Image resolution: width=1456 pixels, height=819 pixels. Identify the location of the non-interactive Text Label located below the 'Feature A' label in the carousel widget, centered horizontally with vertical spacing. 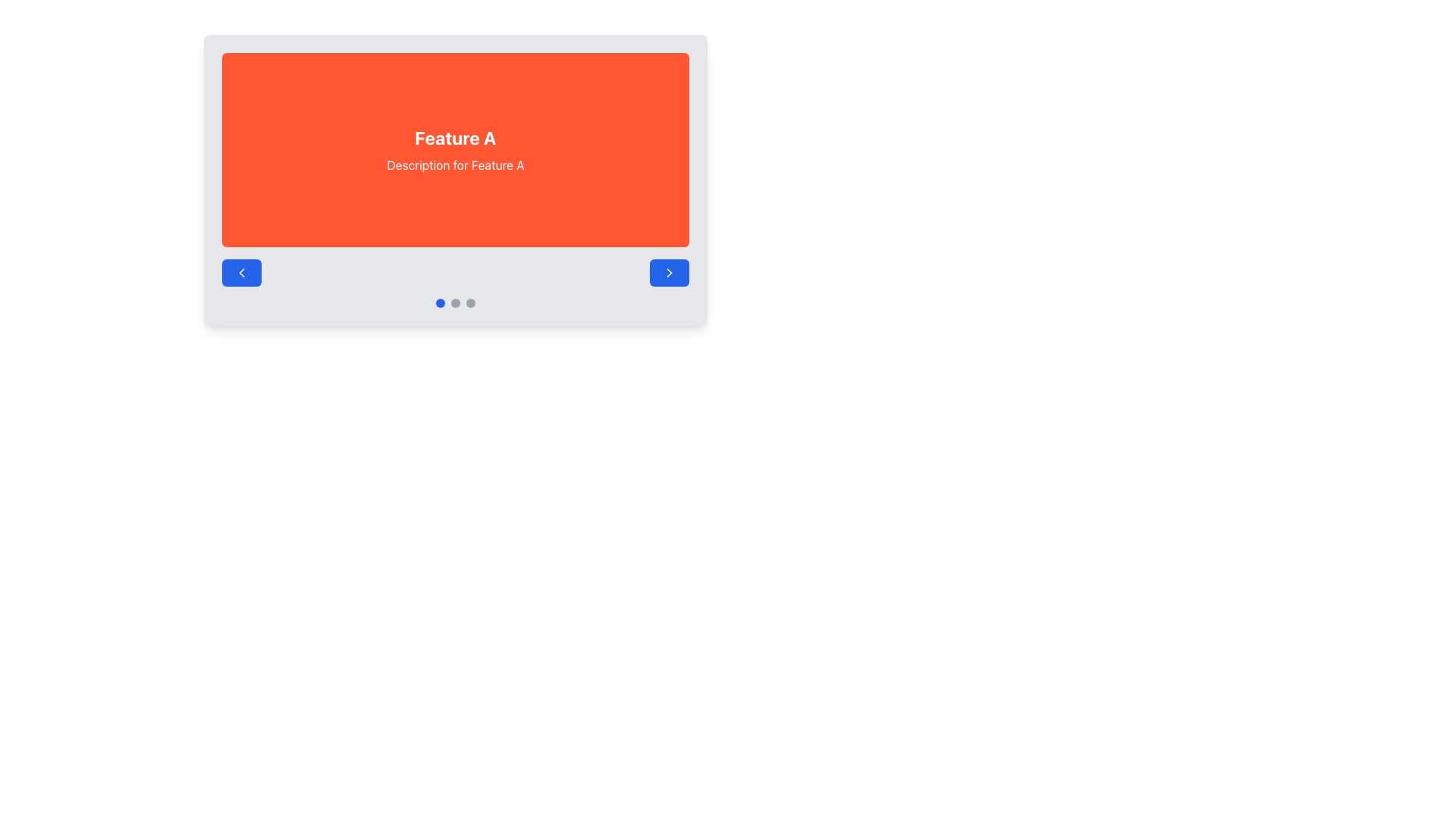
(454, 165).